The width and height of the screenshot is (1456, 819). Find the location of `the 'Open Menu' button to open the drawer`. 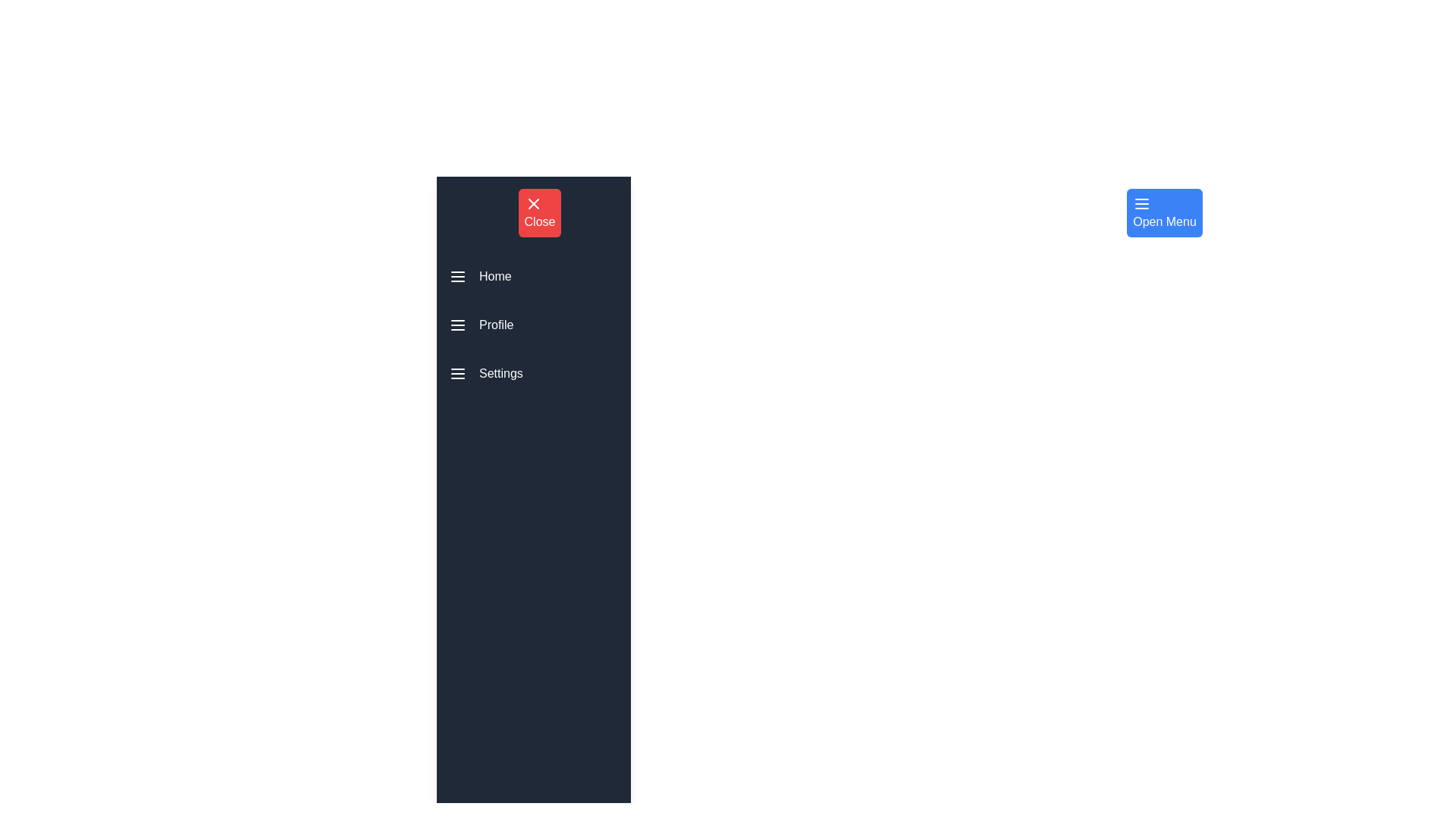

the 'Open Menu' button to open the drawer is located at coordinates (1164, 213).